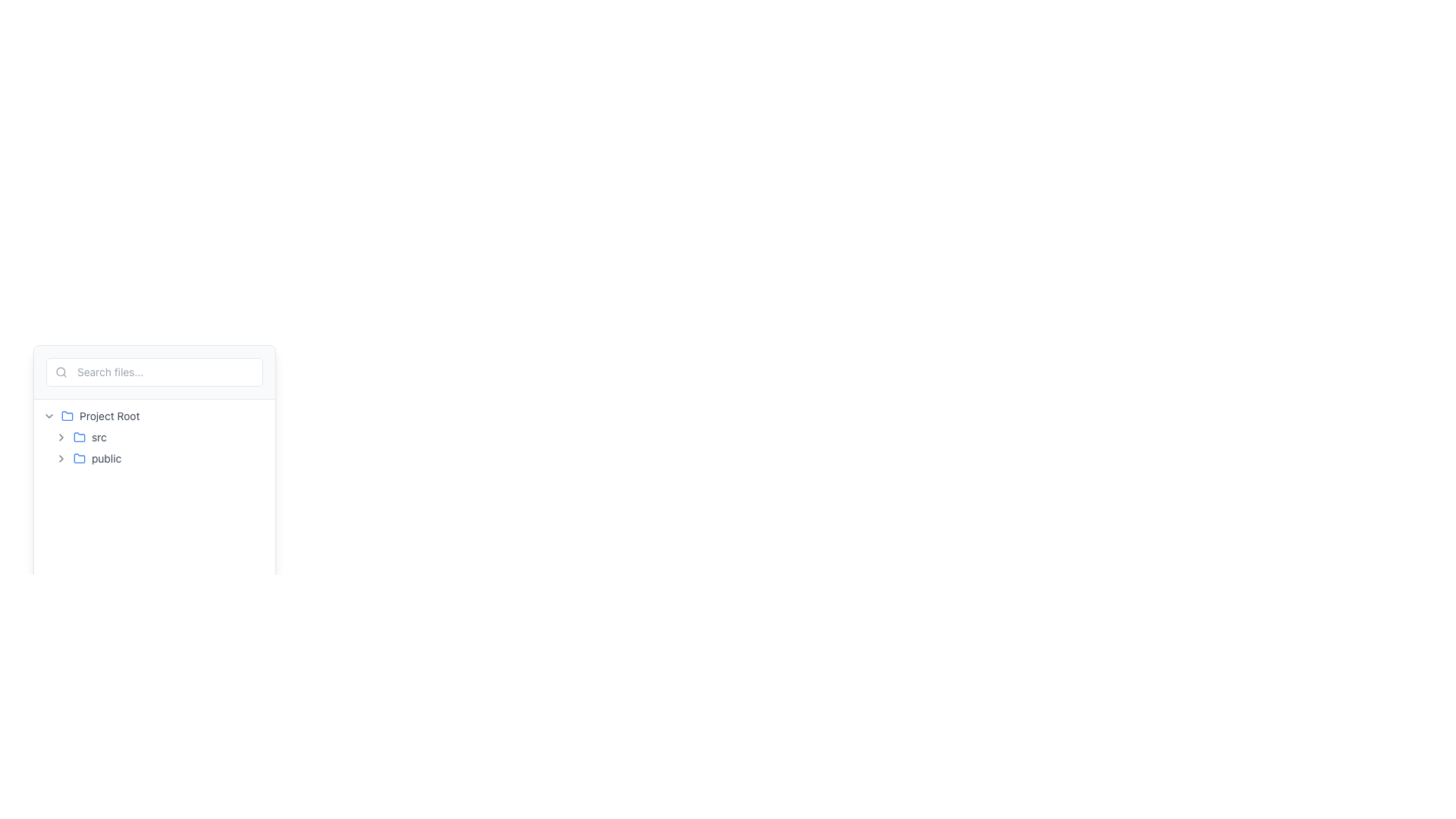 Image resolution: width=1456 pixels, height=819 pixels. Describe the element at coordinates (61, 372) in the screenshot. I see `the SVG icon representing a magnifying glass, which is positioned at the far left of the search input field area` at that location.